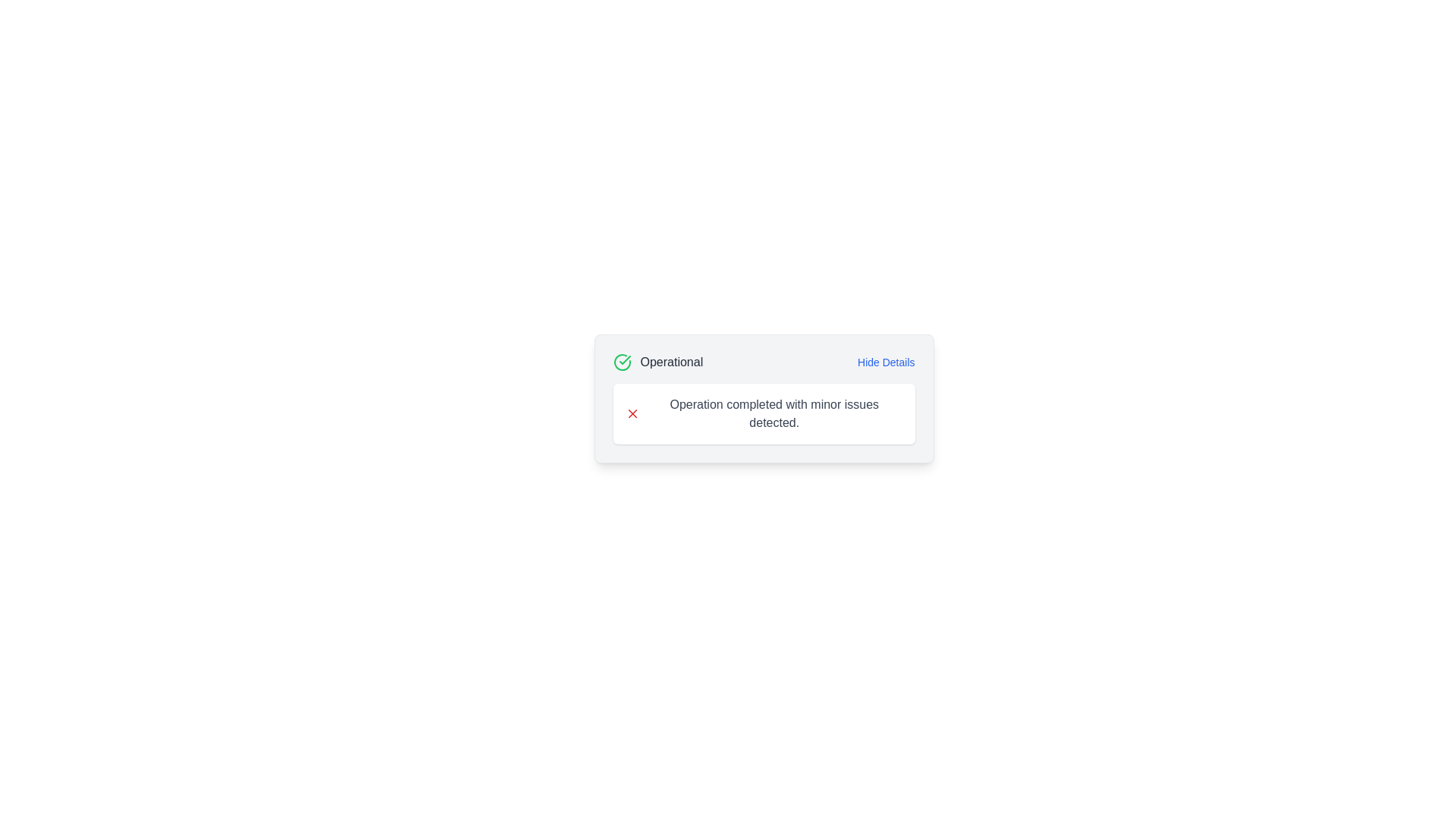 The image size is (1456, 819). Describe the element at coordinates (622, 362) in the screenshot. I see `the circular checkmark icon with a green outline that indicates success, located to the left of the text 'Operational'` at that location.